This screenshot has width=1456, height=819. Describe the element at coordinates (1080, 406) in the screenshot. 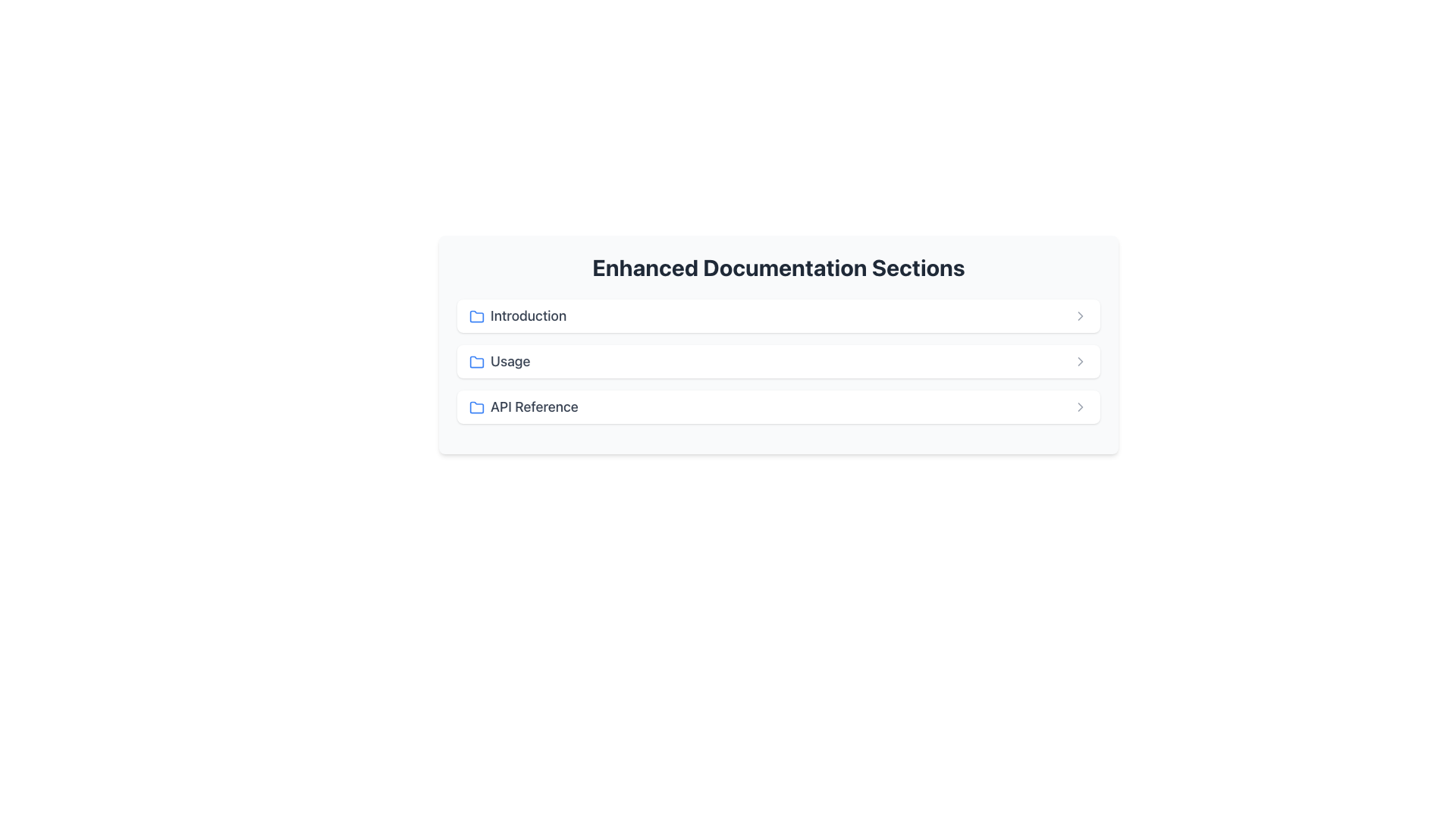

I see `the right-pointing chevron icon located inside the button next to the 'API Reference' text` at that location.